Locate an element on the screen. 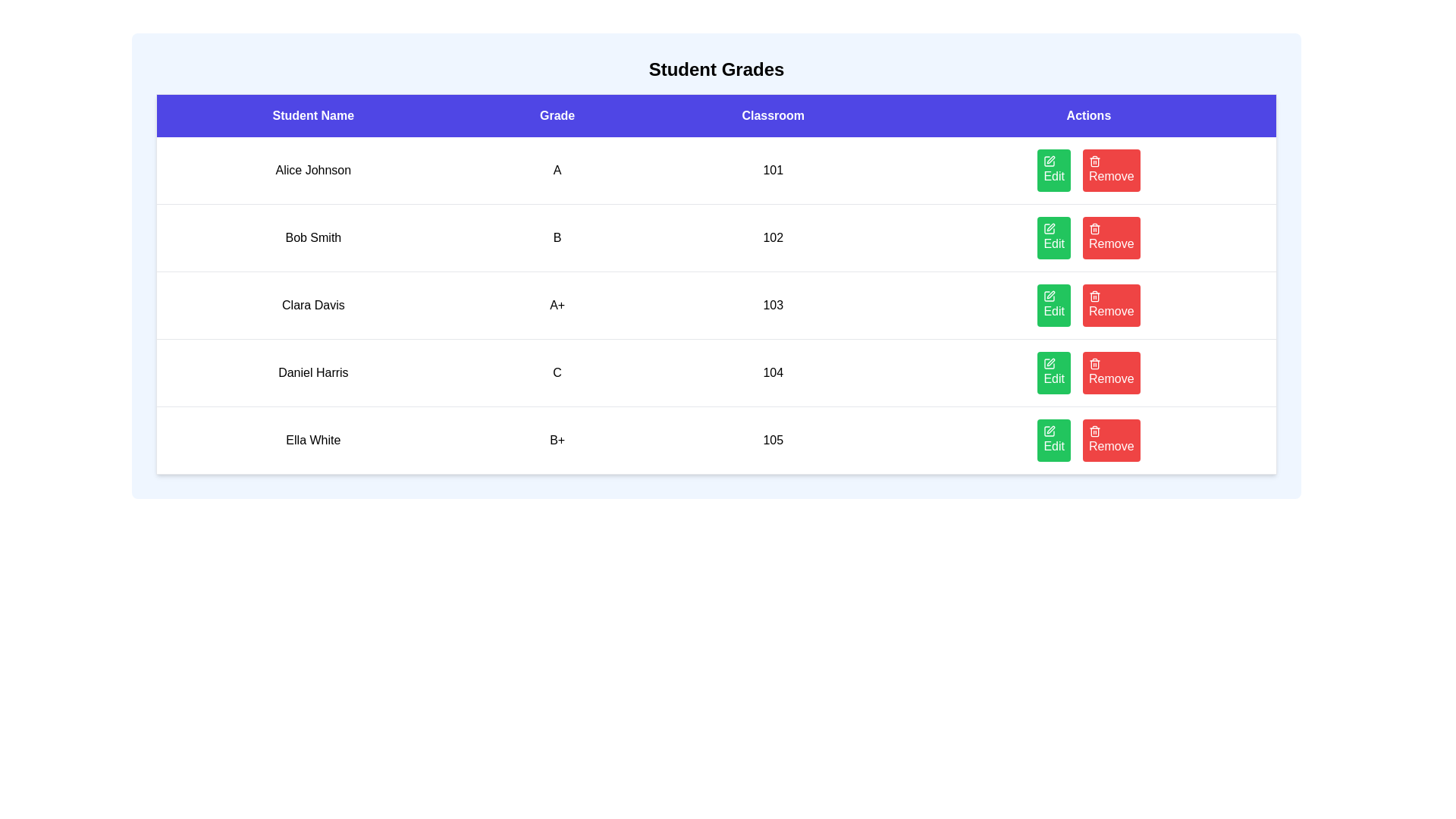  the 'Edit' button for the student named Alice Johnson is located at coordinates (1053, 170).